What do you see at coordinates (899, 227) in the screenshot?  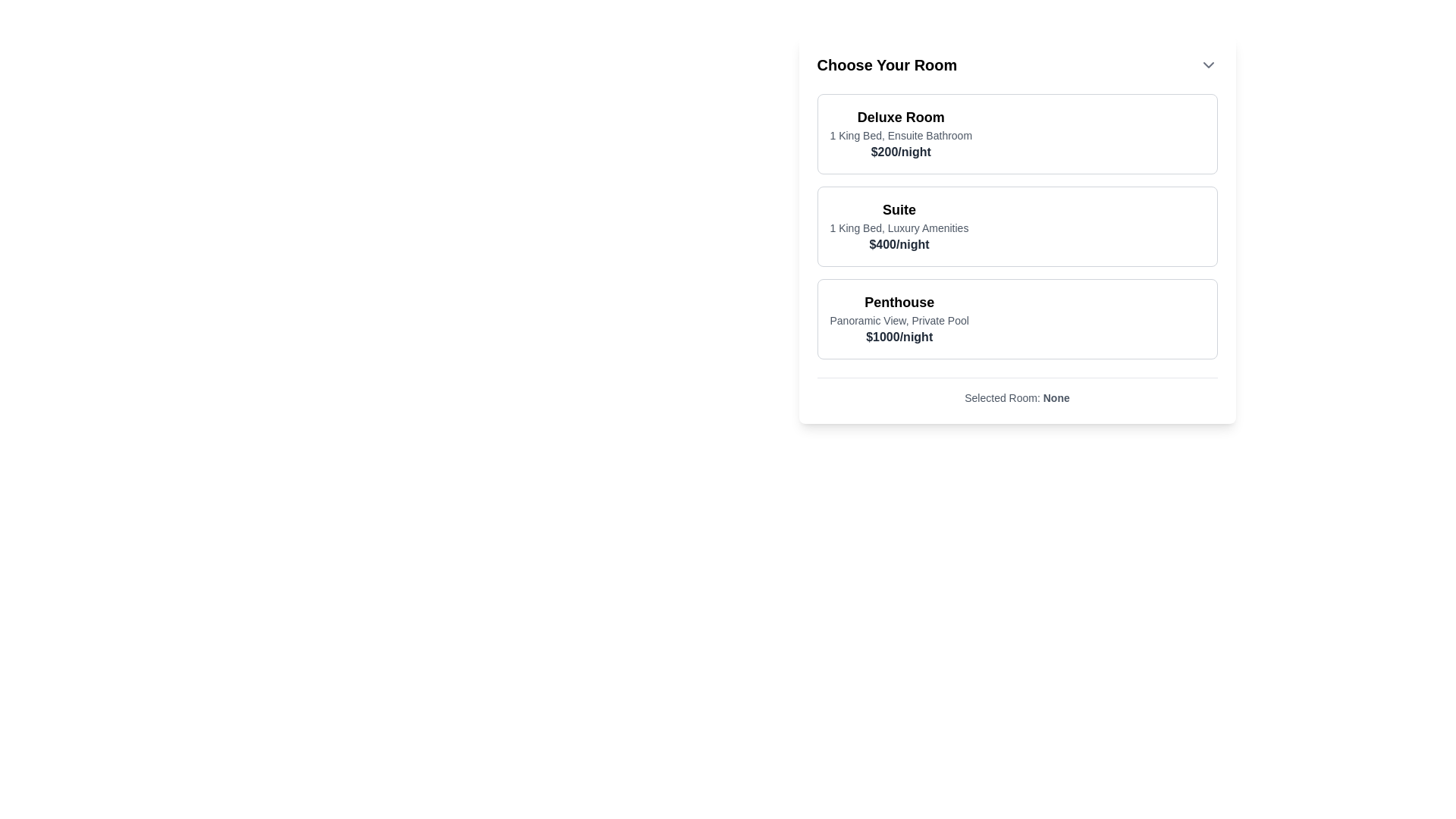 I see `the text block containing the title 'Suite', the description '1 King Bed, Luxury Amenities', and the price '$400/night', which is located in the second box of the room selection list under 'Deluxe Room'` at bounding box center [899, 227].